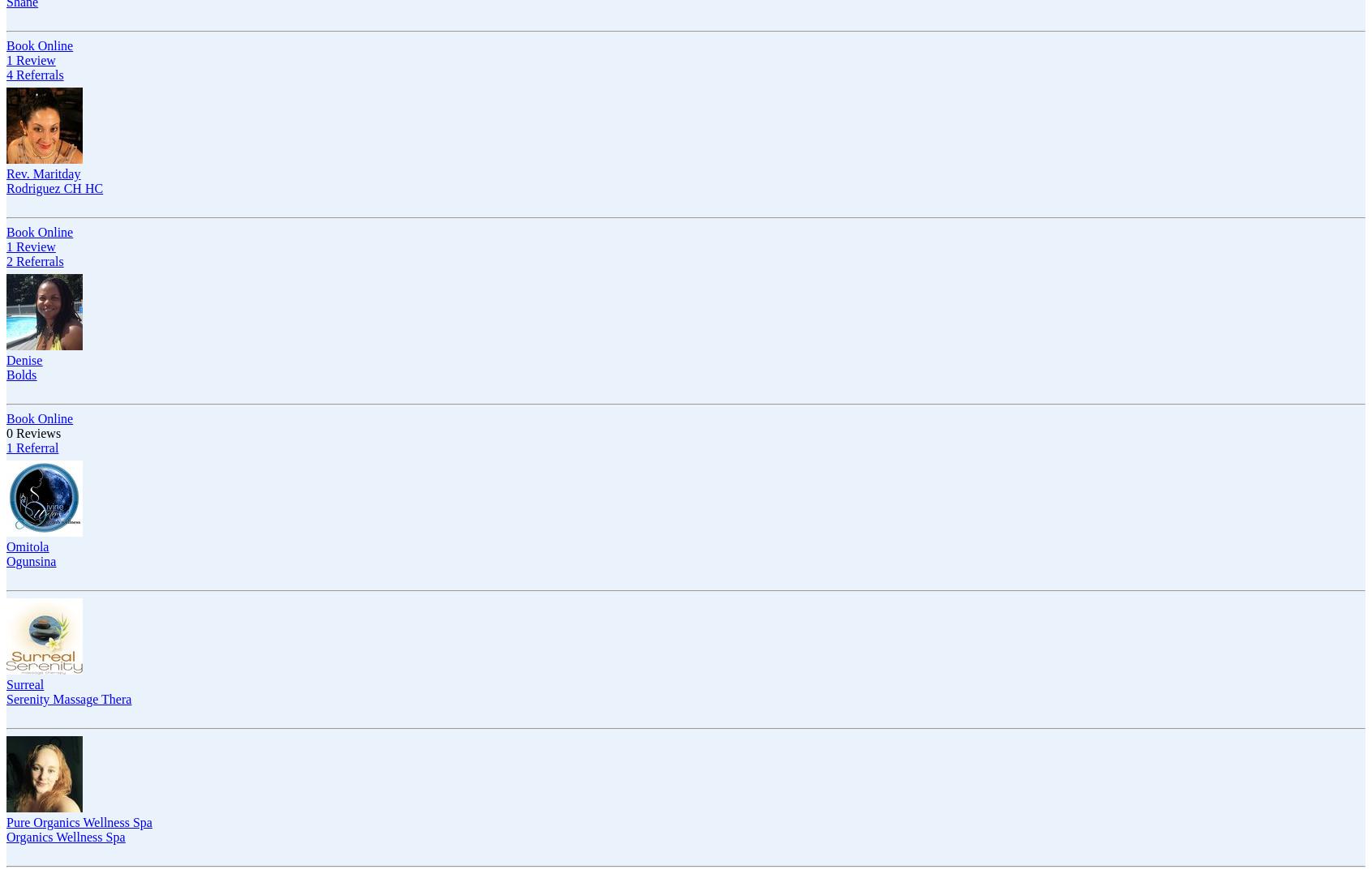  Describe the element at coordinates (30, 561) in the screenshot. I see `'Ogunsina'` at that location.